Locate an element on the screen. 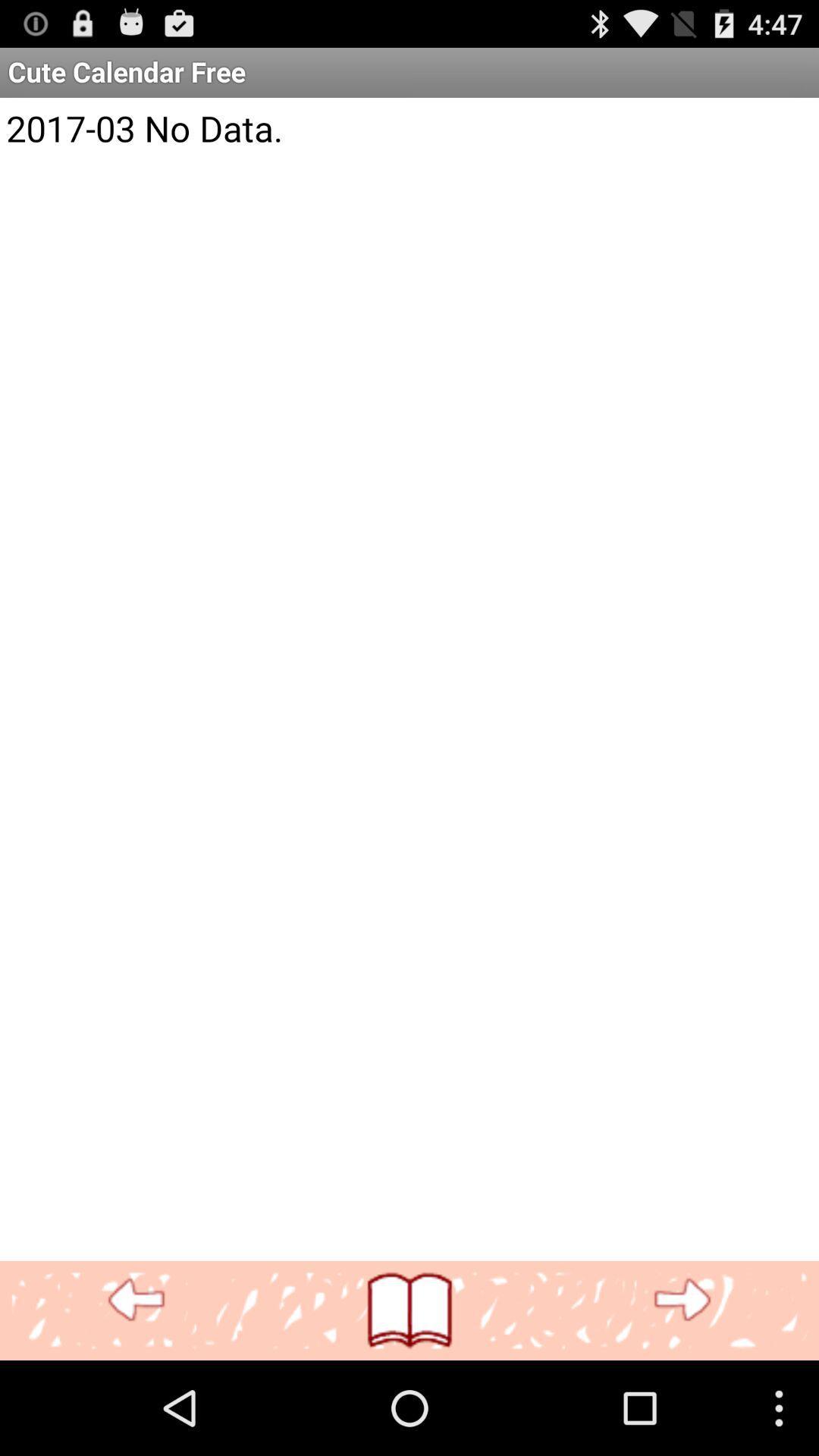 The width and height of the screenshot is (819, 1456). app below the 2017 03 no app is located at coordinates (136, 1300).